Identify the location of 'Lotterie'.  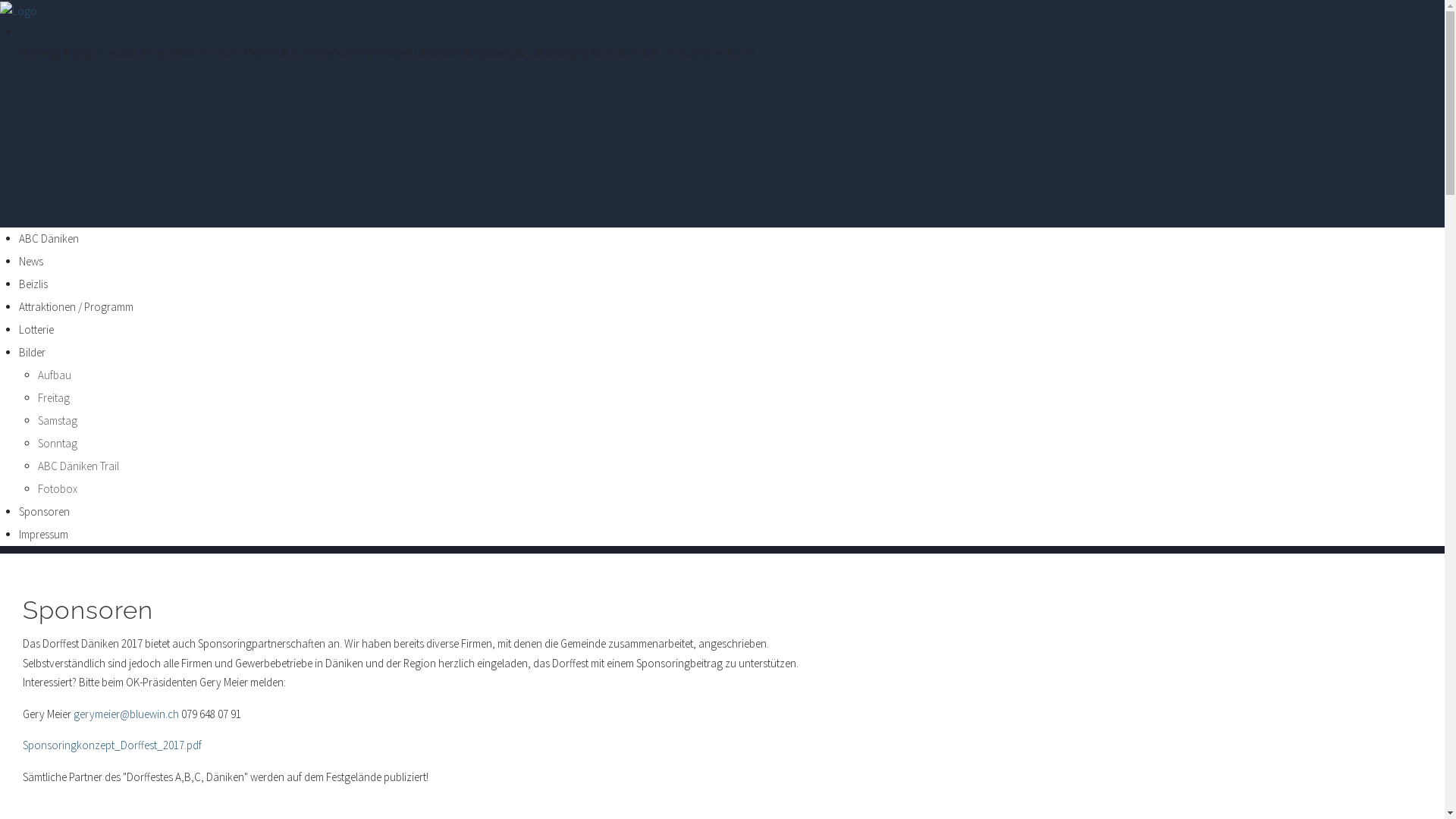
(18, 328).